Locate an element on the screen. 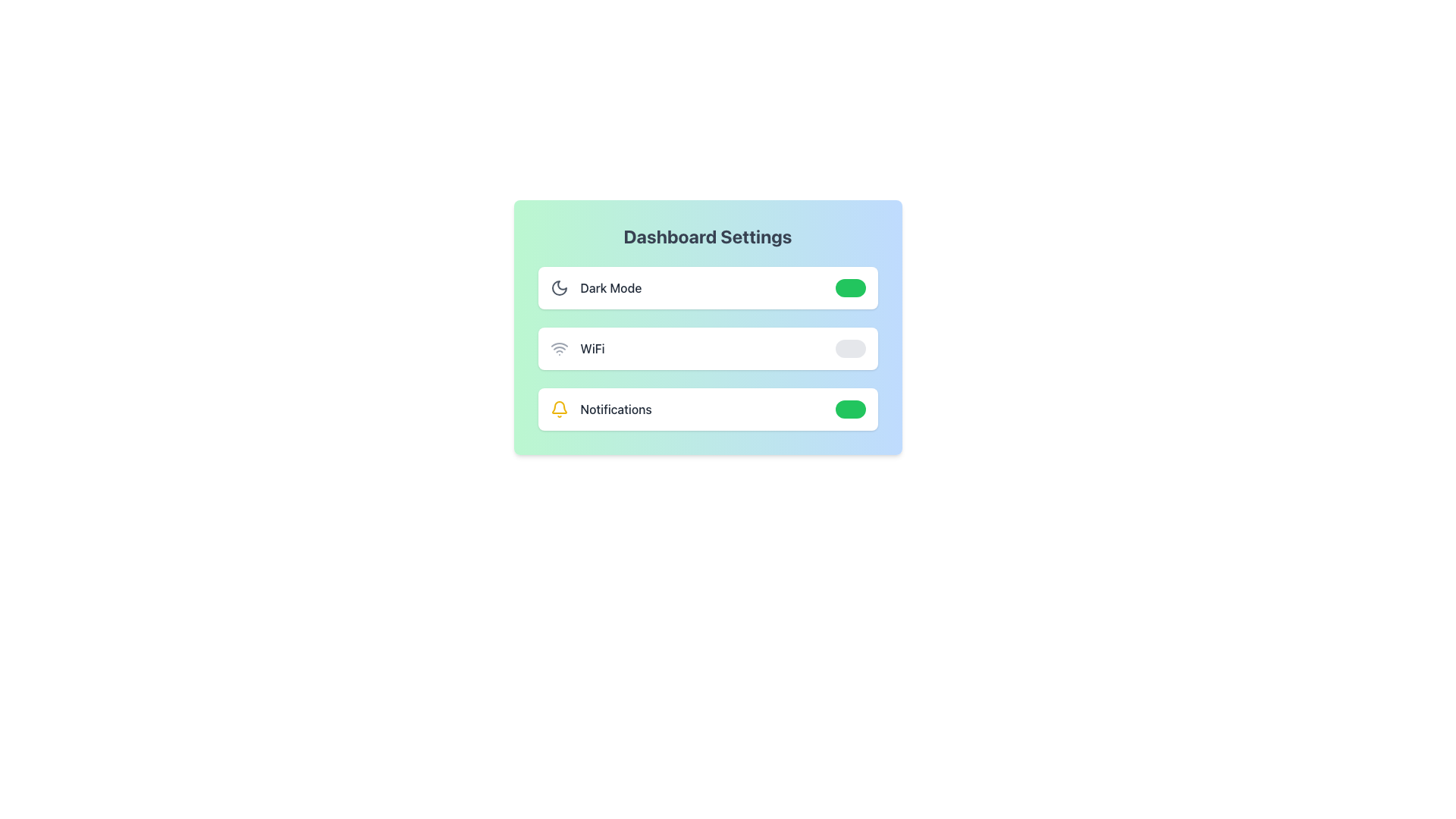 This screenshot has width=1456, height=819. text of the 'Notifications' label which indicates the toggle for notification preferences is located at coordinates (600, 409).